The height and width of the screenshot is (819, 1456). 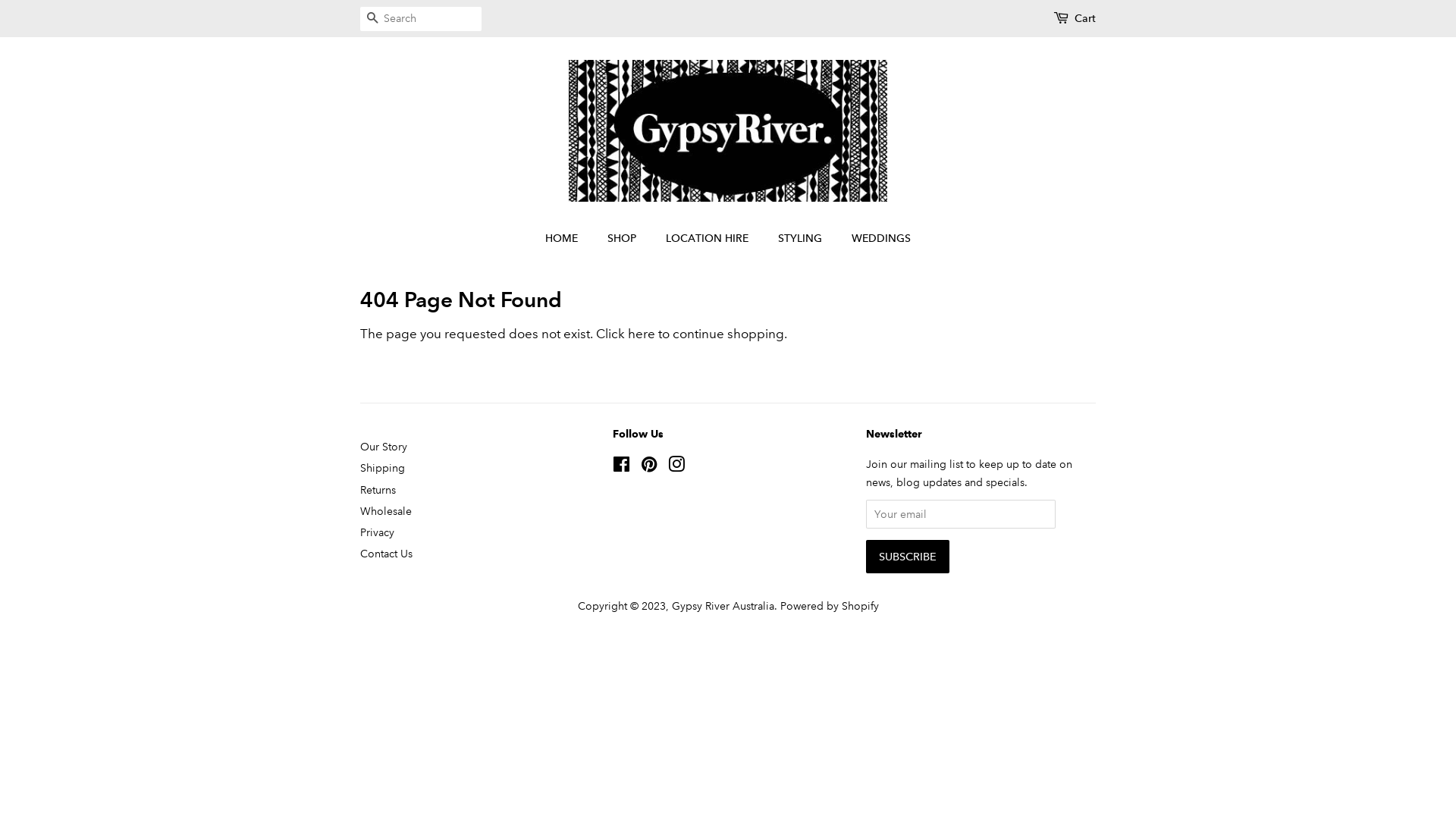 I want to click on 'Contact Us', so click(x=386, y=553).